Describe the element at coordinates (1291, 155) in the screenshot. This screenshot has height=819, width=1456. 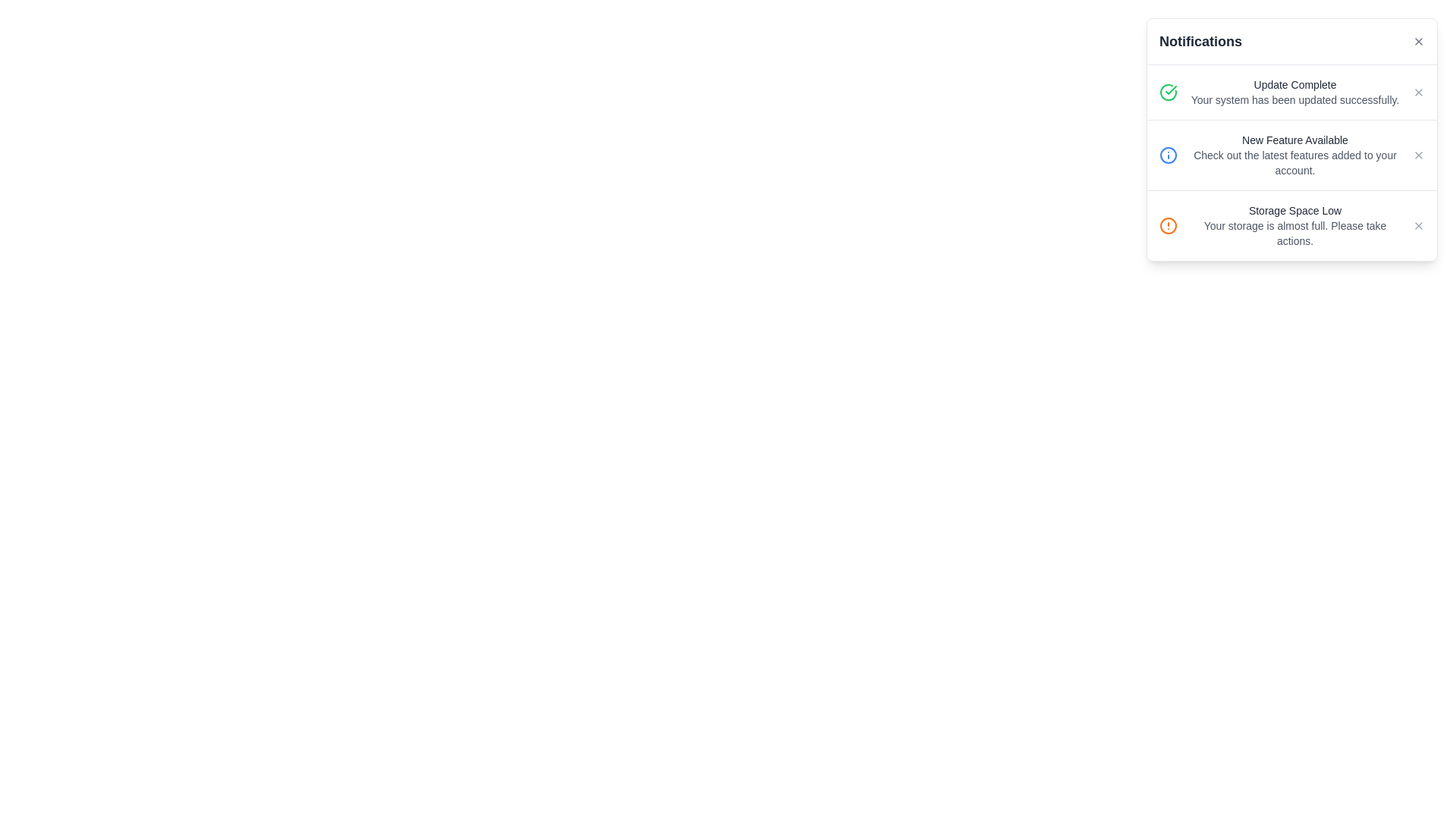
I see `the Notification Component that informs the user about new features added to their account, located in the middle of the notification panel, to read the notification` at that location.